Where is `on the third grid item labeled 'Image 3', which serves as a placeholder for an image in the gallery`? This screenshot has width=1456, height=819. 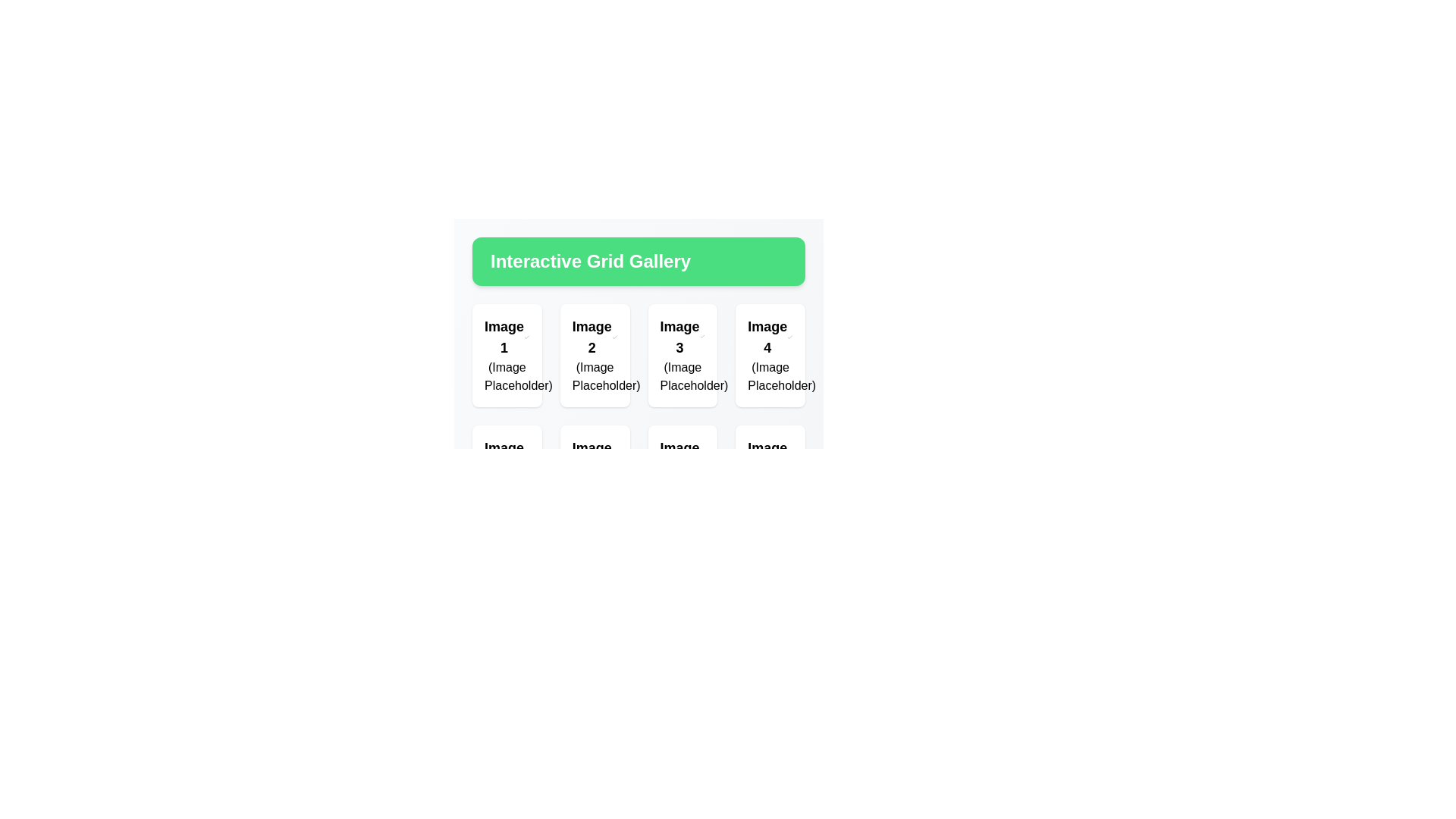 on the third grid item labeled 'Image 3', which serves as a placeholder for an image in the gallery is located at coordinates (682, 336).